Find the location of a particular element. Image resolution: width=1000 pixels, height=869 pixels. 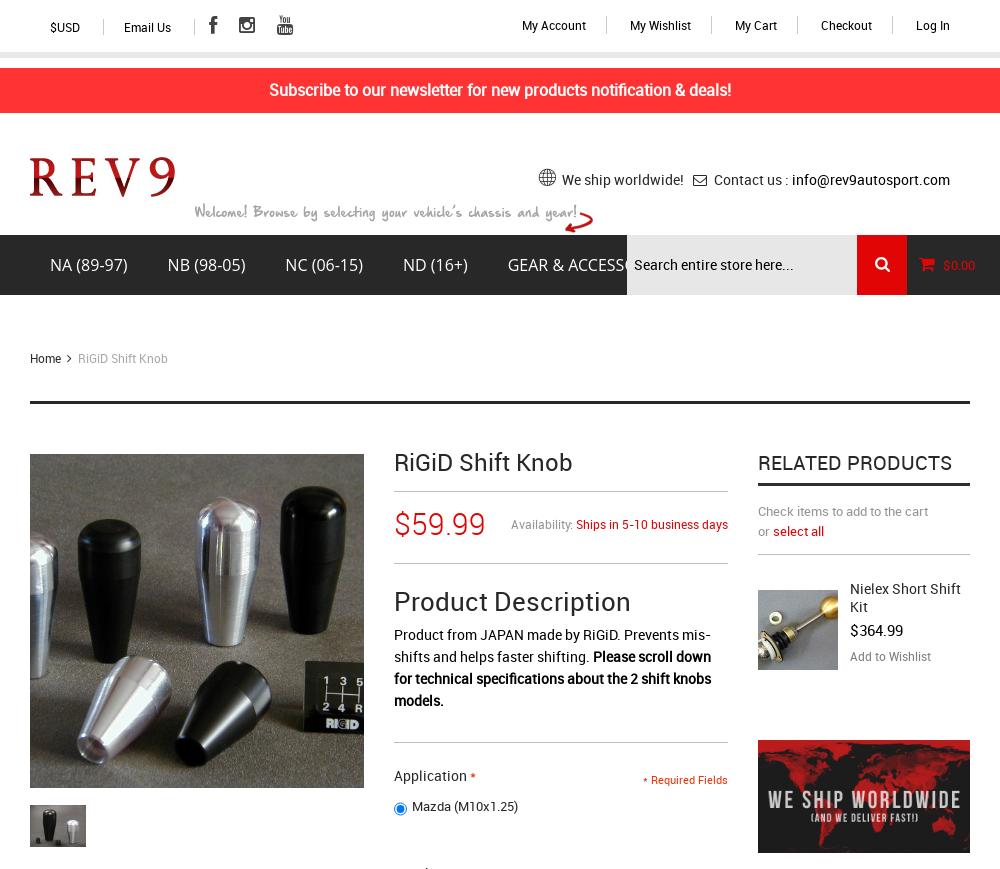

'select all' is located at coordinates (797, 530).